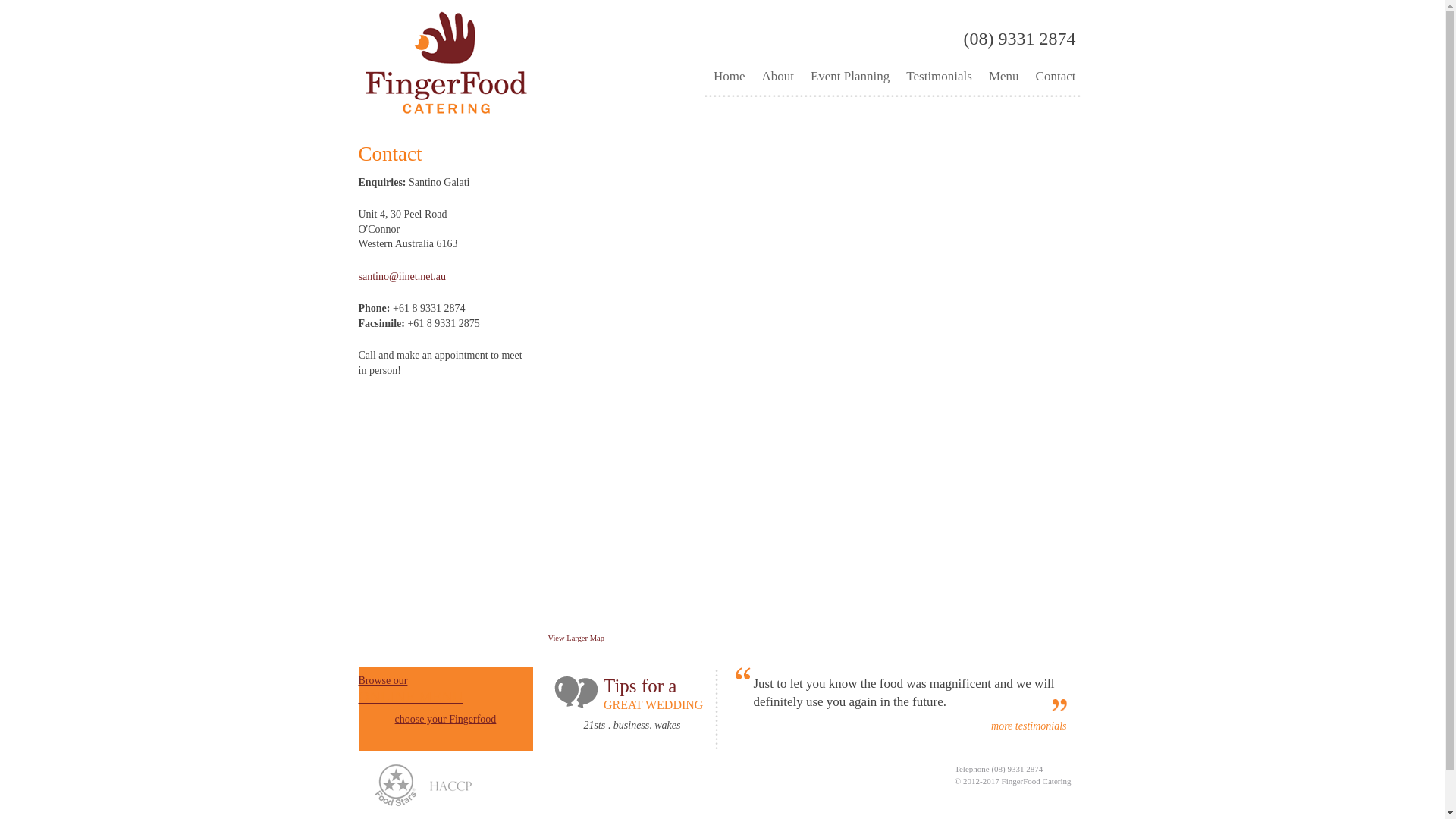 The width and height of the screenshot is (1456, 819). What do you see at coordinates (445, 718) in the screenshot?
I see `'choose your Fingerfood'` at bounding box center [445, 718].